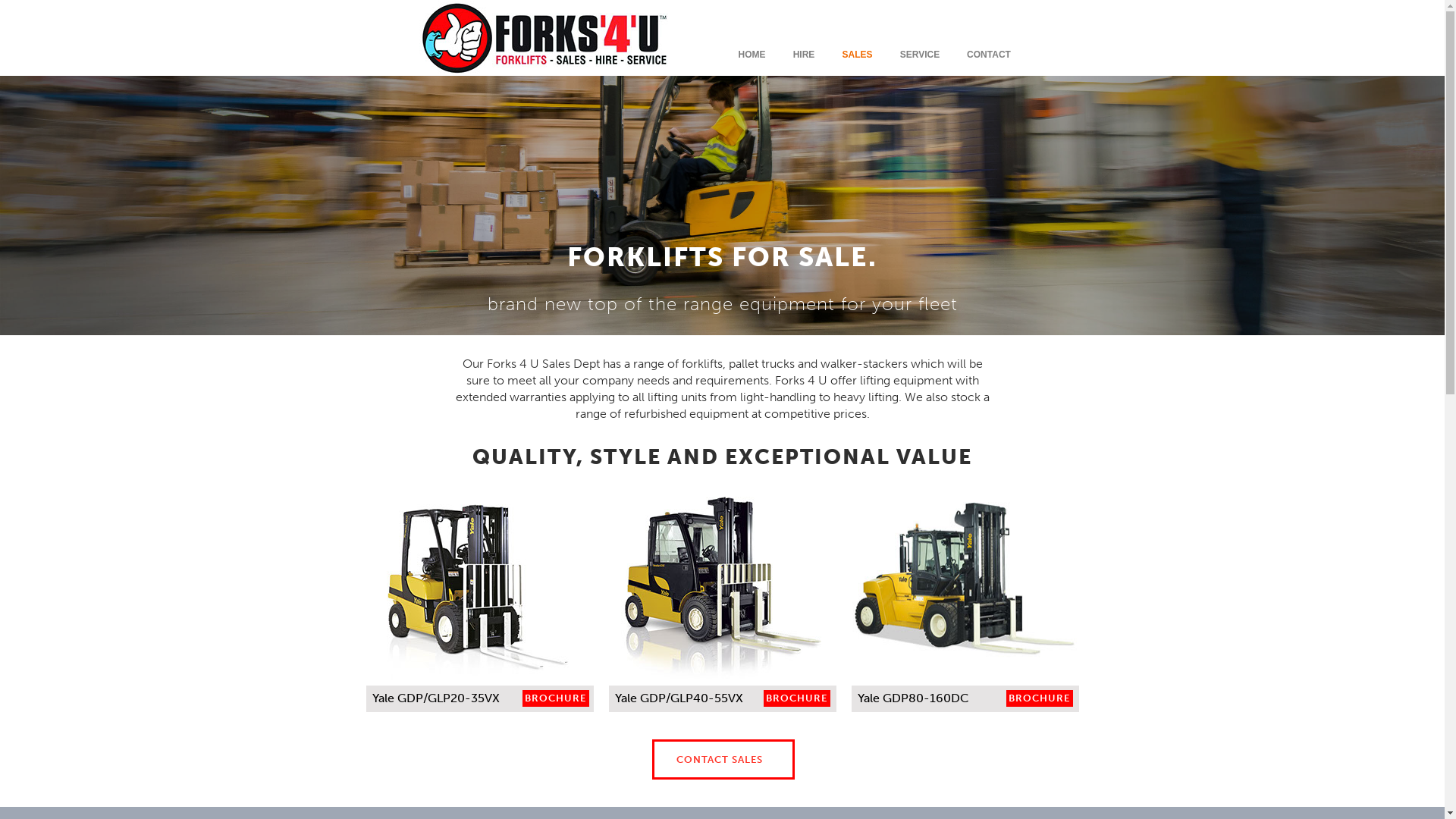 This screenshot has height=819, width=1456. Describe the element at coordinates (986, 54) in the screenshot. I see `'CONTACT'` at that location.